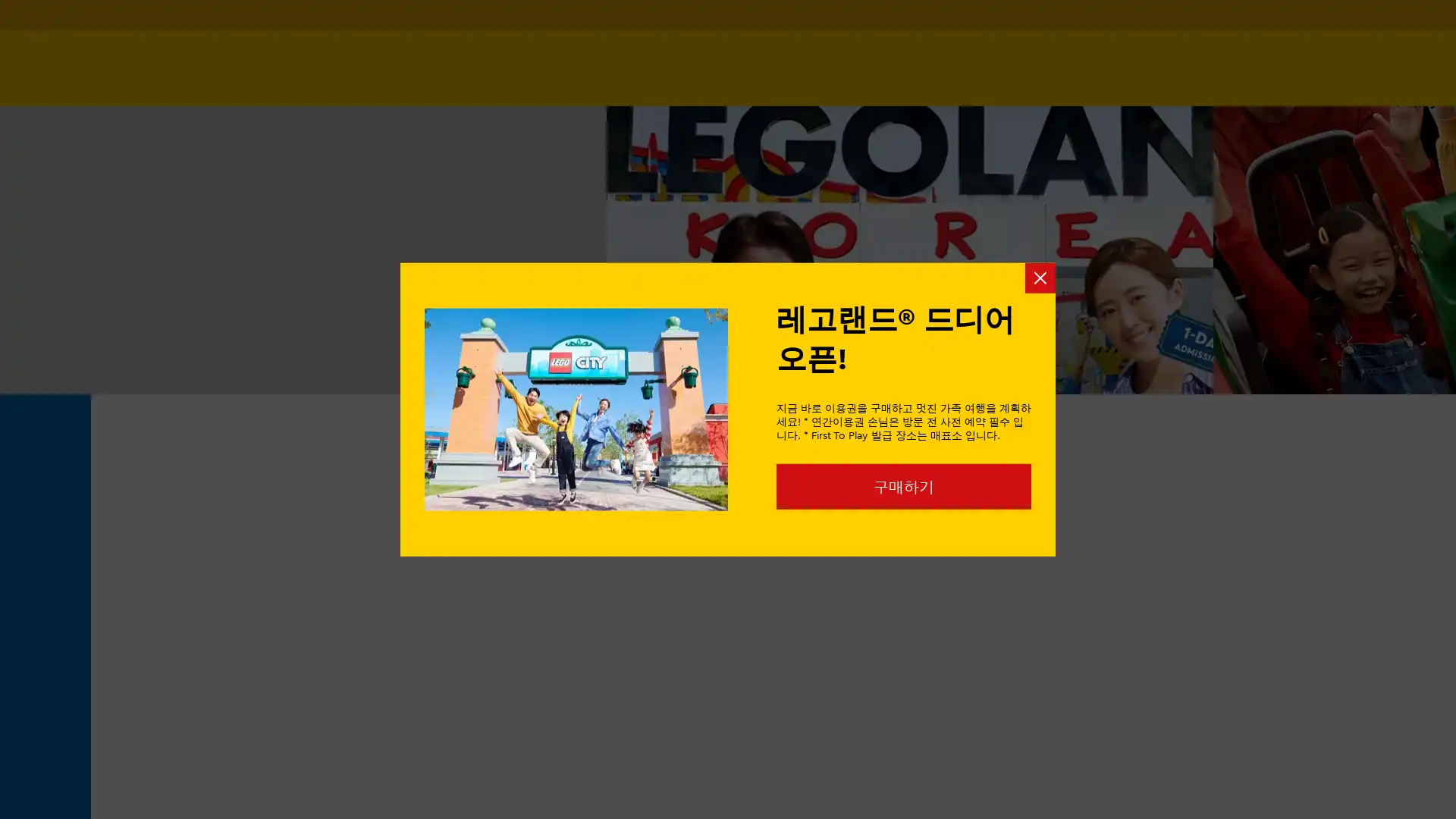  Describe the element at coordinates (755, 587) in the screenshot. I see `Go to slide 4` at that location.